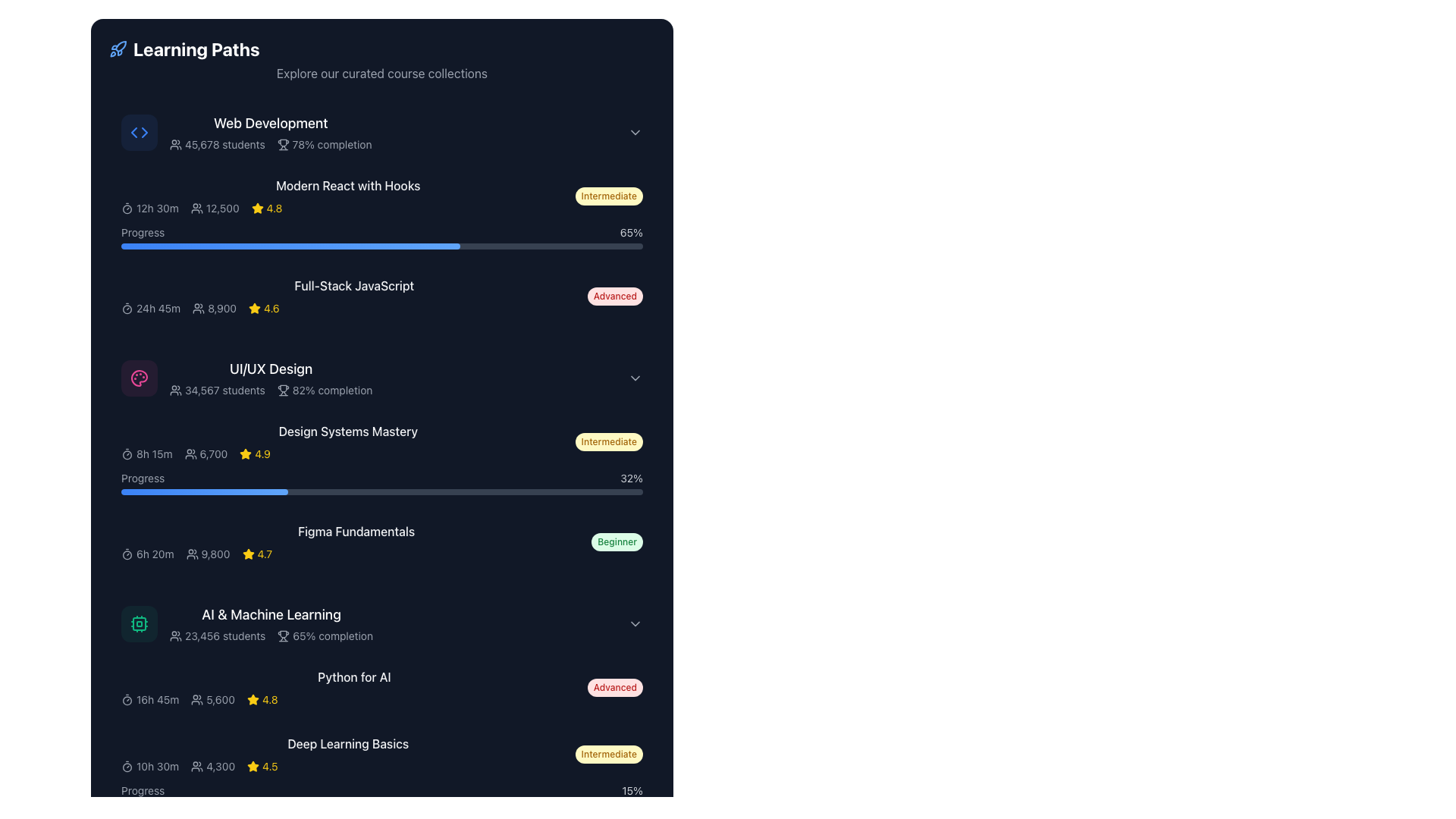  What do you see at coordinates (196, 766) in the screenshot?
I see `the small SVG icon resembling a user-group outline, which is located to the left of the numerical text '4,300' associated with the 'Deep Learning Basics' course entry` at bounding box center [196, 766].